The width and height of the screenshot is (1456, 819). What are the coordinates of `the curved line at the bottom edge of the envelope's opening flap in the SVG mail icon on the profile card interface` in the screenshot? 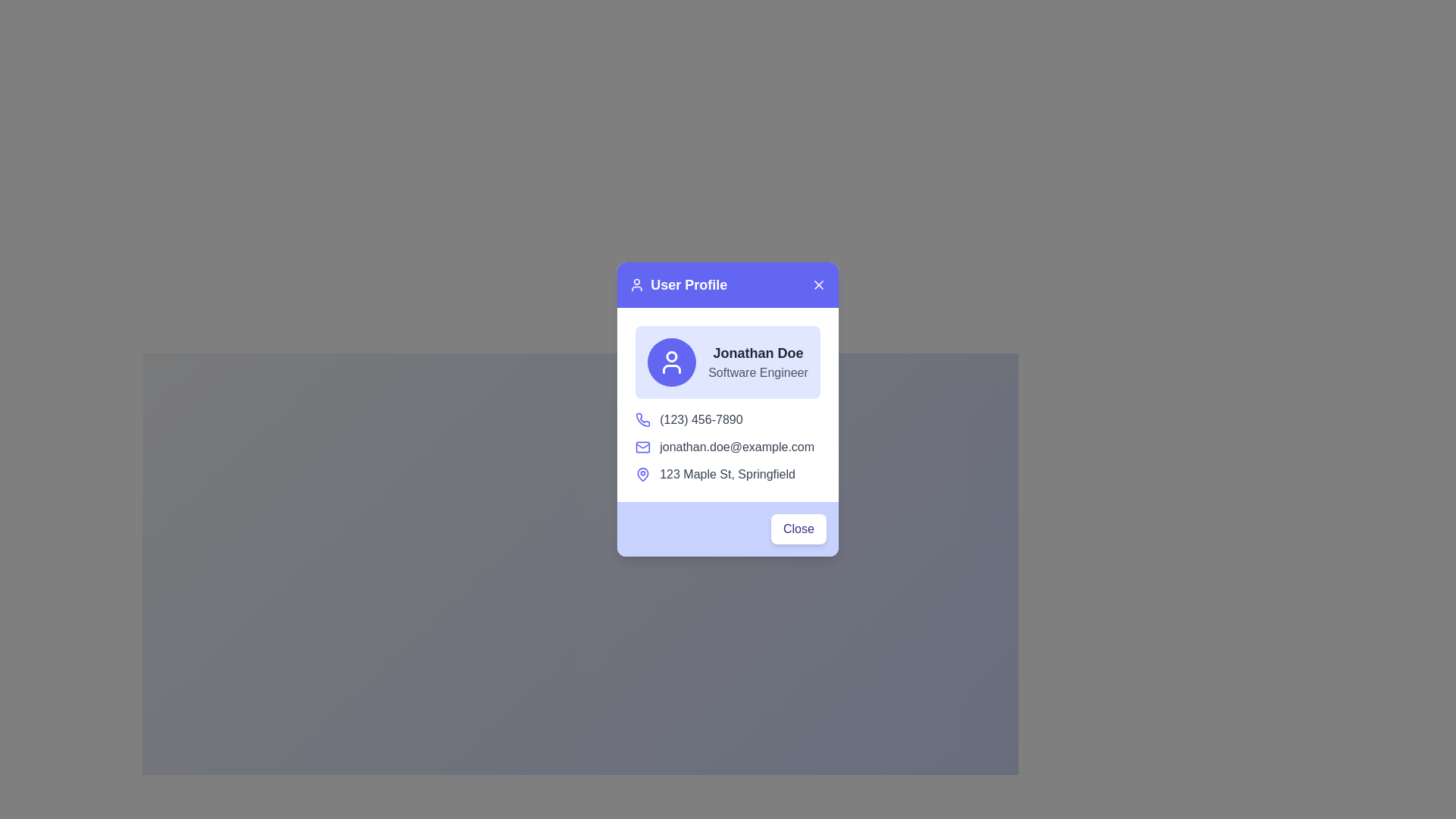 It's located at (643, 445).